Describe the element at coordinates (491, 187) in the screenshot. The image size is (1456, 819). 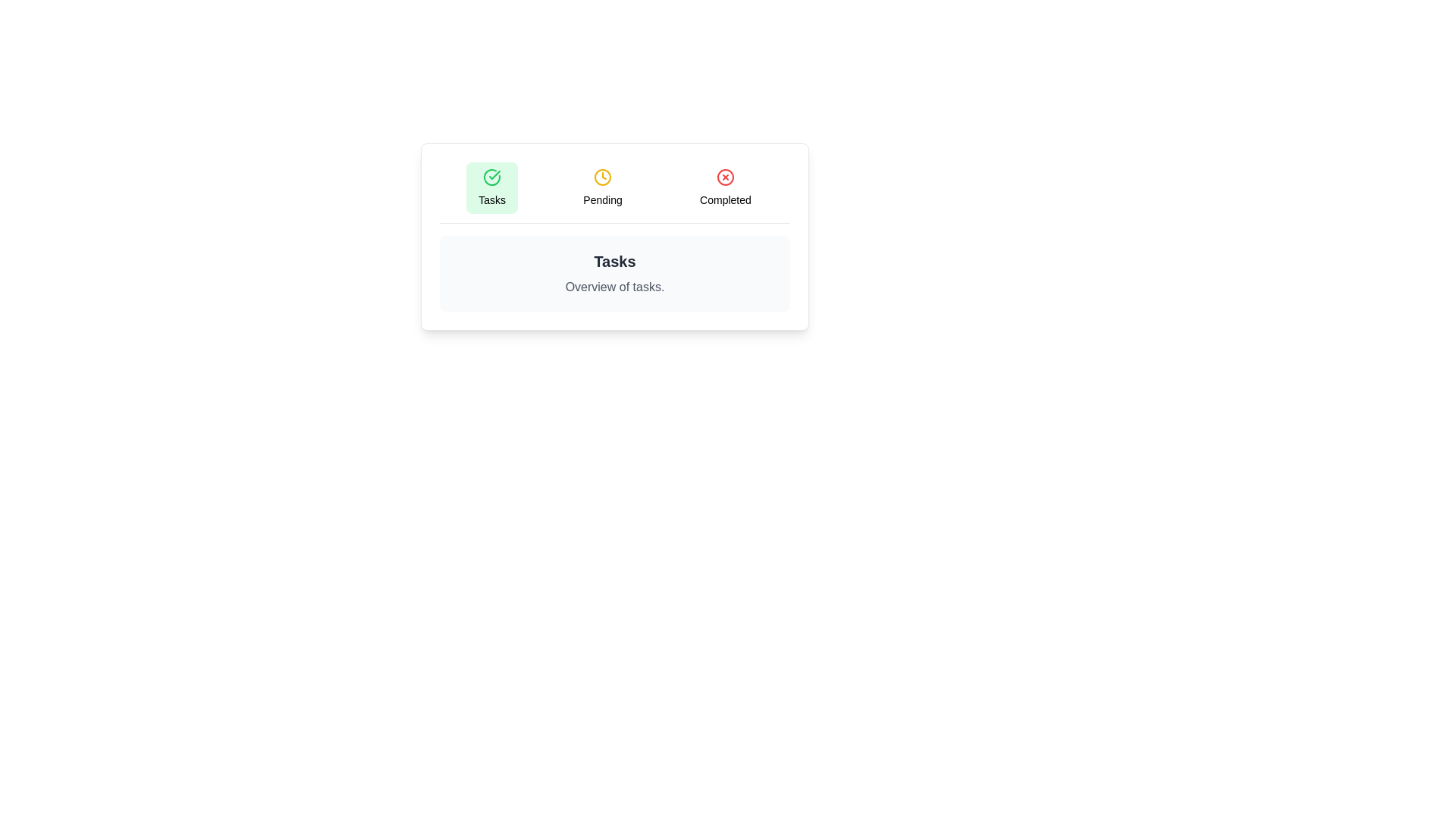
I see `the Tasks tab to view its content` at that location.